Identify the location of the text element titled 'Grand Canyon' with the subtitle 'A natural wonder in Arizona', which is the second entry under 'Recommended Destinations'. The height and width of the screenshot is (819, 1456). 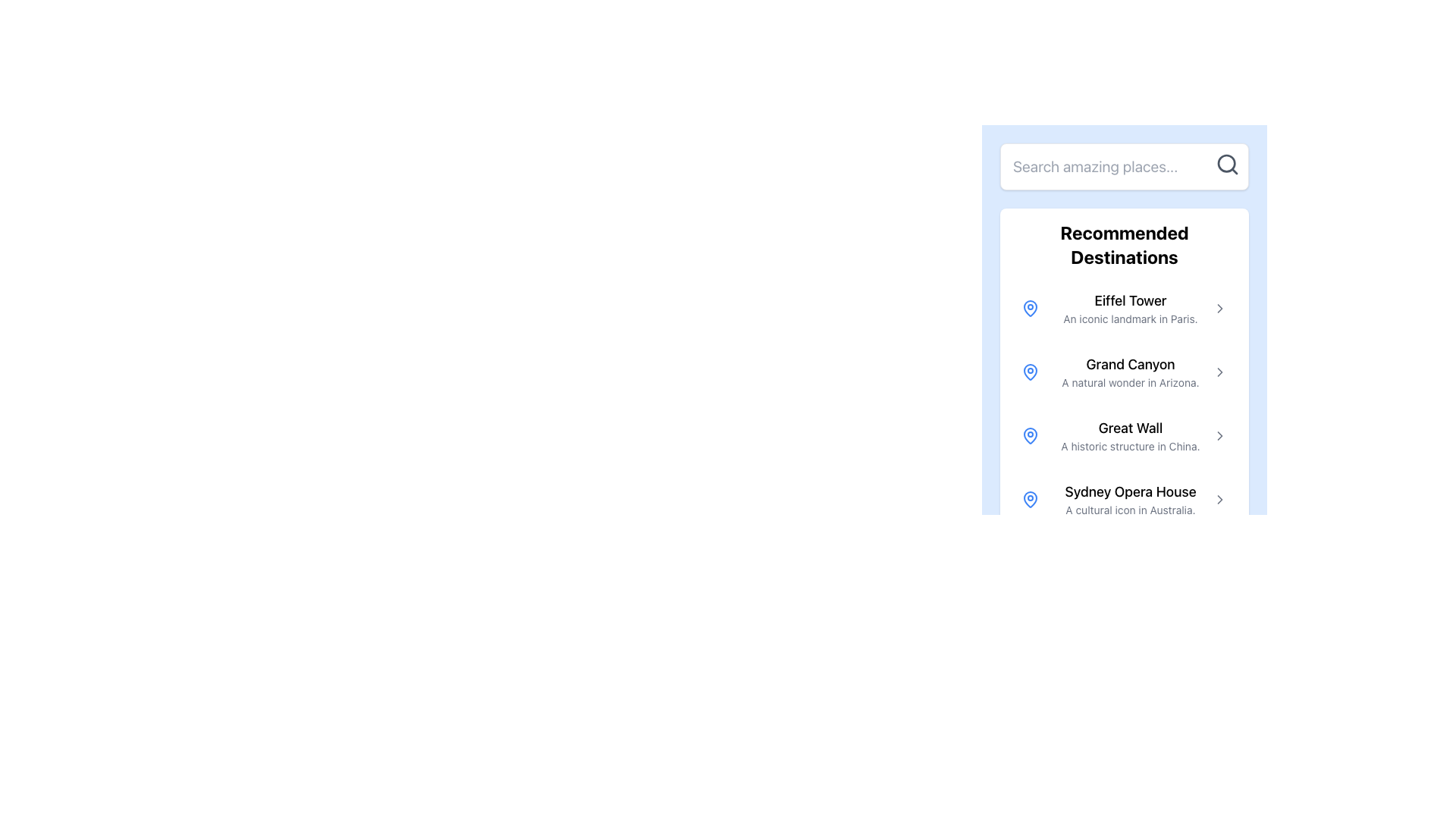
(1131, 372).